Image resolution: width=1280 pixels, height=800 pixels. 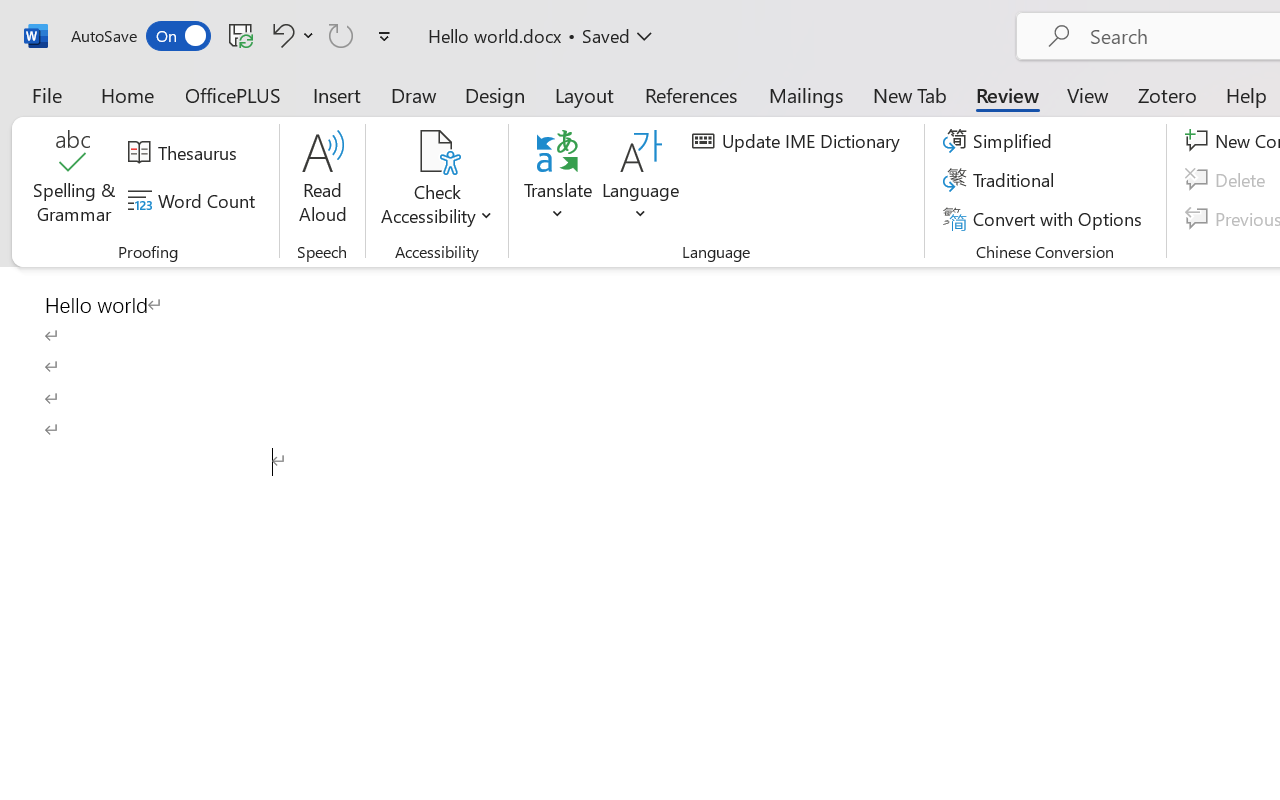 What do you see at coordinates (909, 94) in the screenshot?
I see `'New Tab'` at bounding box center [909, 94].